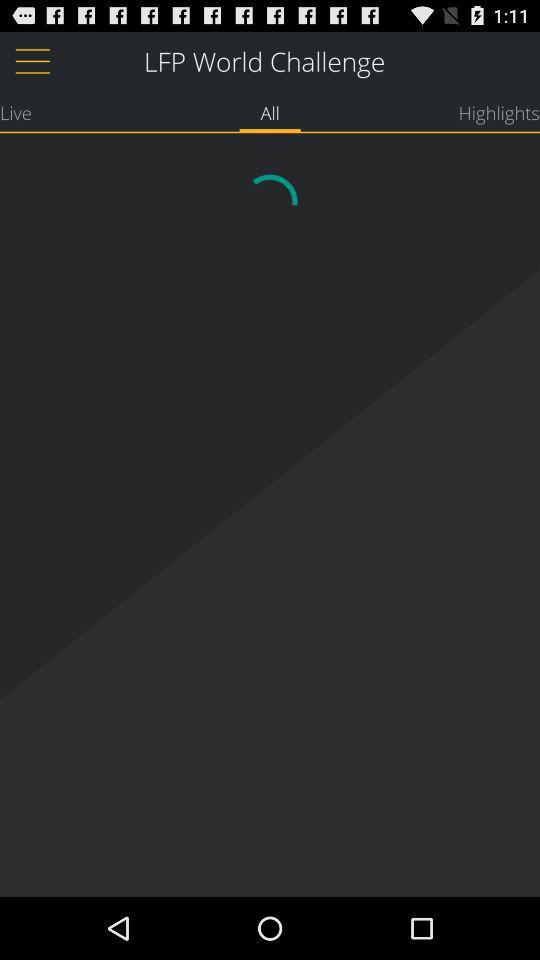 The image size is (540, 960). What do you see at coordinates (498, 112) in the screenshot?
I see `the icon at the top right corner` at bounding box center [498, 112].